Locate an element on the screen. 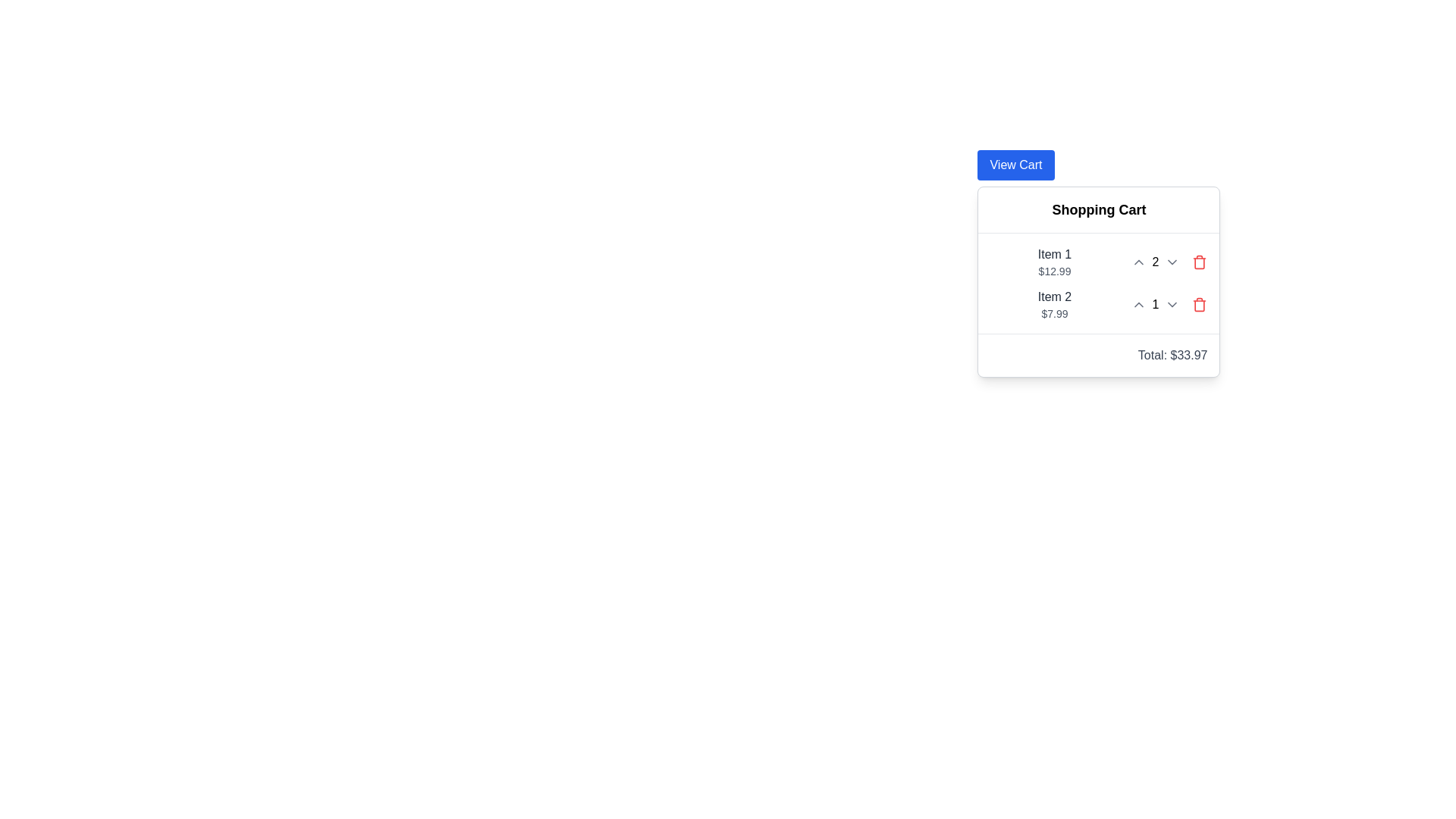 The width and height of the screenshot is (1456, 819). numeric value displayed in the quantity text box for 'Item 2' in the shopping cart interface, which is positioned between the decrement and increment buttons is located at coordinates (1155, 304).